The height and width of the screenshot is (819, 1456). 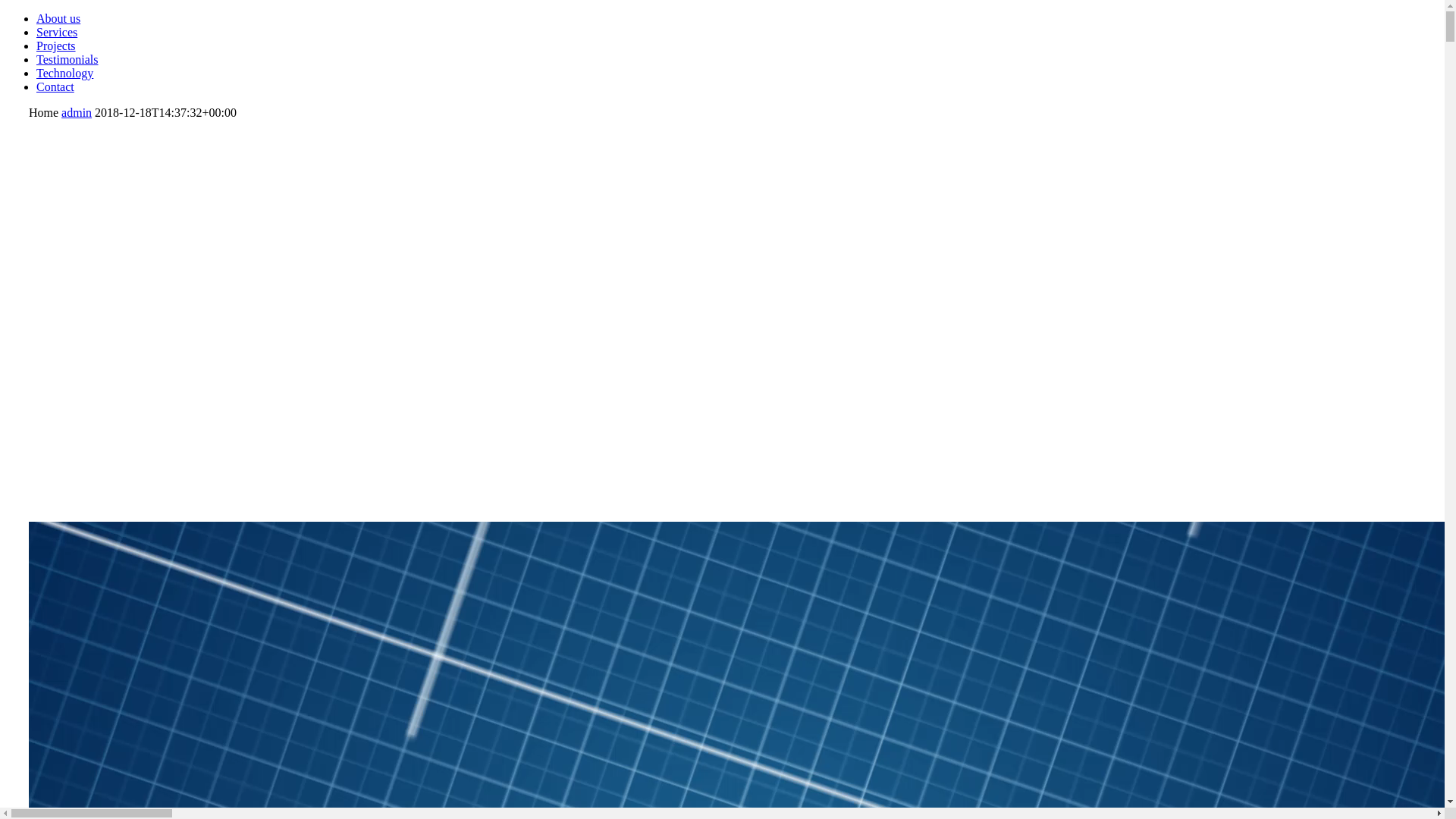 What do you see at coordinates (75, 111) in the screenshot?
I see `'admin'` at bounding box center [75, 111].